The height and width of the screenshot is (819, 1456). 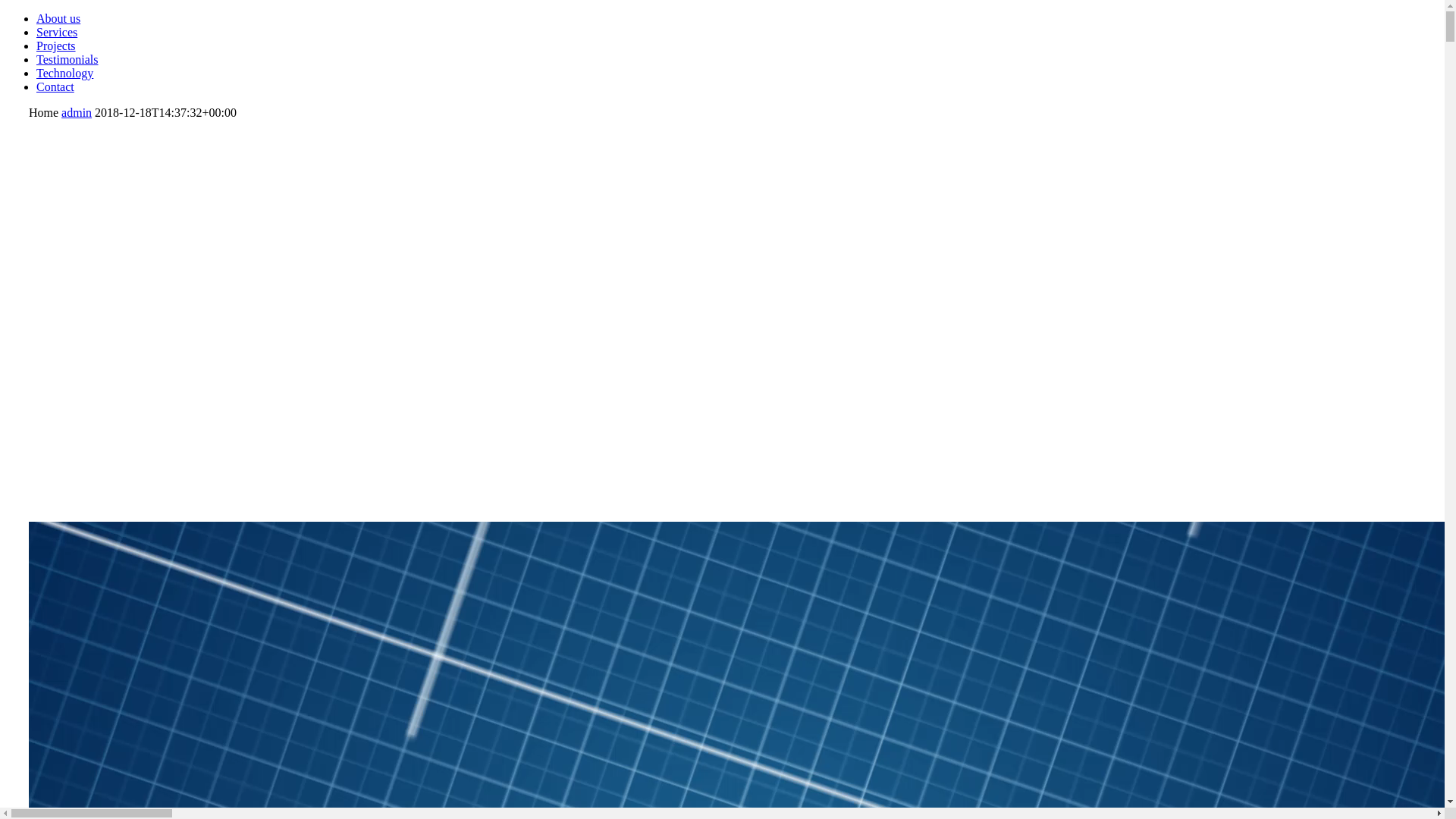 What do you see at coordinates (75, 111) in the screenshot?
I see `'admin'` at bounding box center [75, 111].